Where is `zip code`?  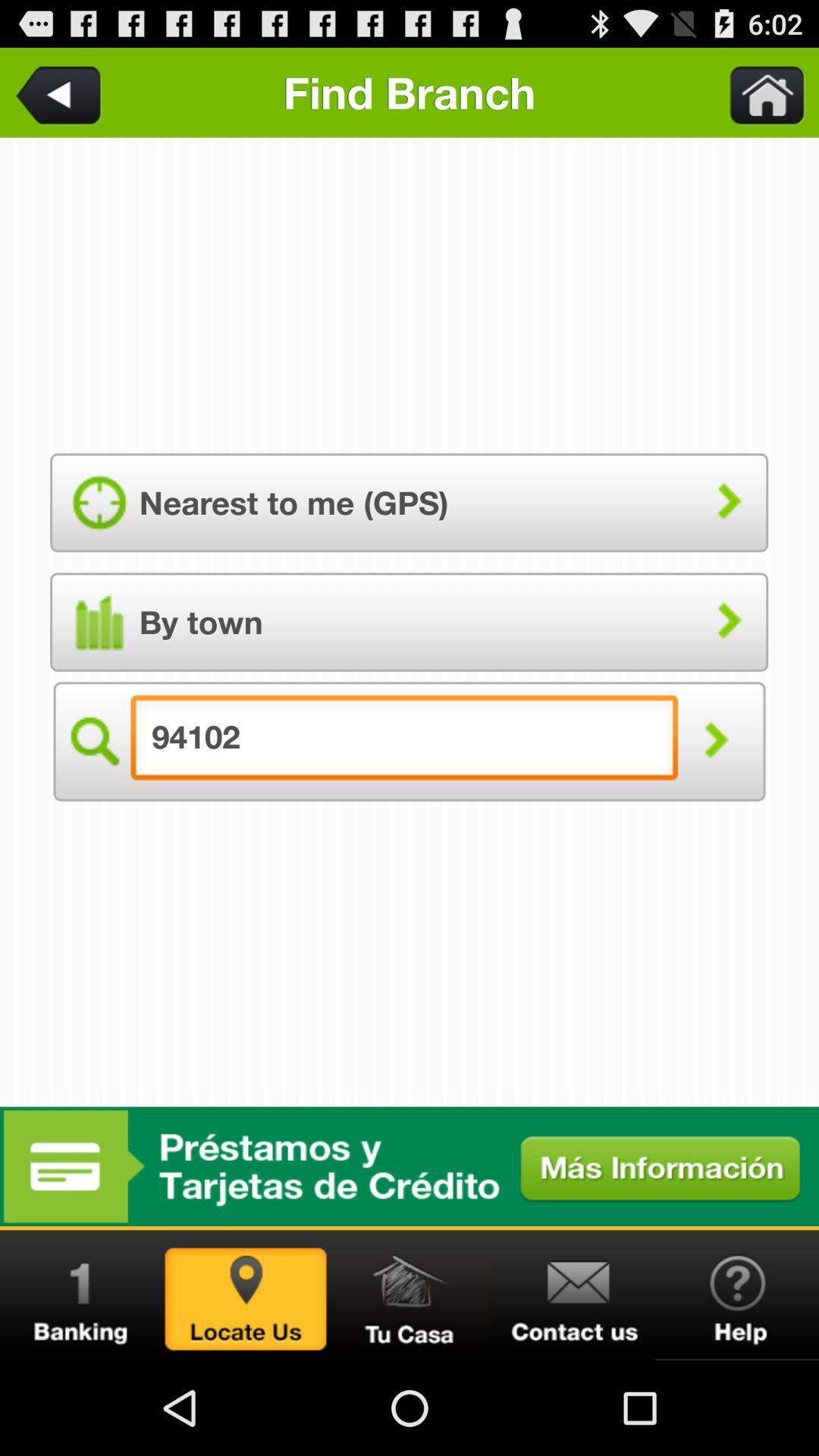 zip code is located at coordinates (93, 741).